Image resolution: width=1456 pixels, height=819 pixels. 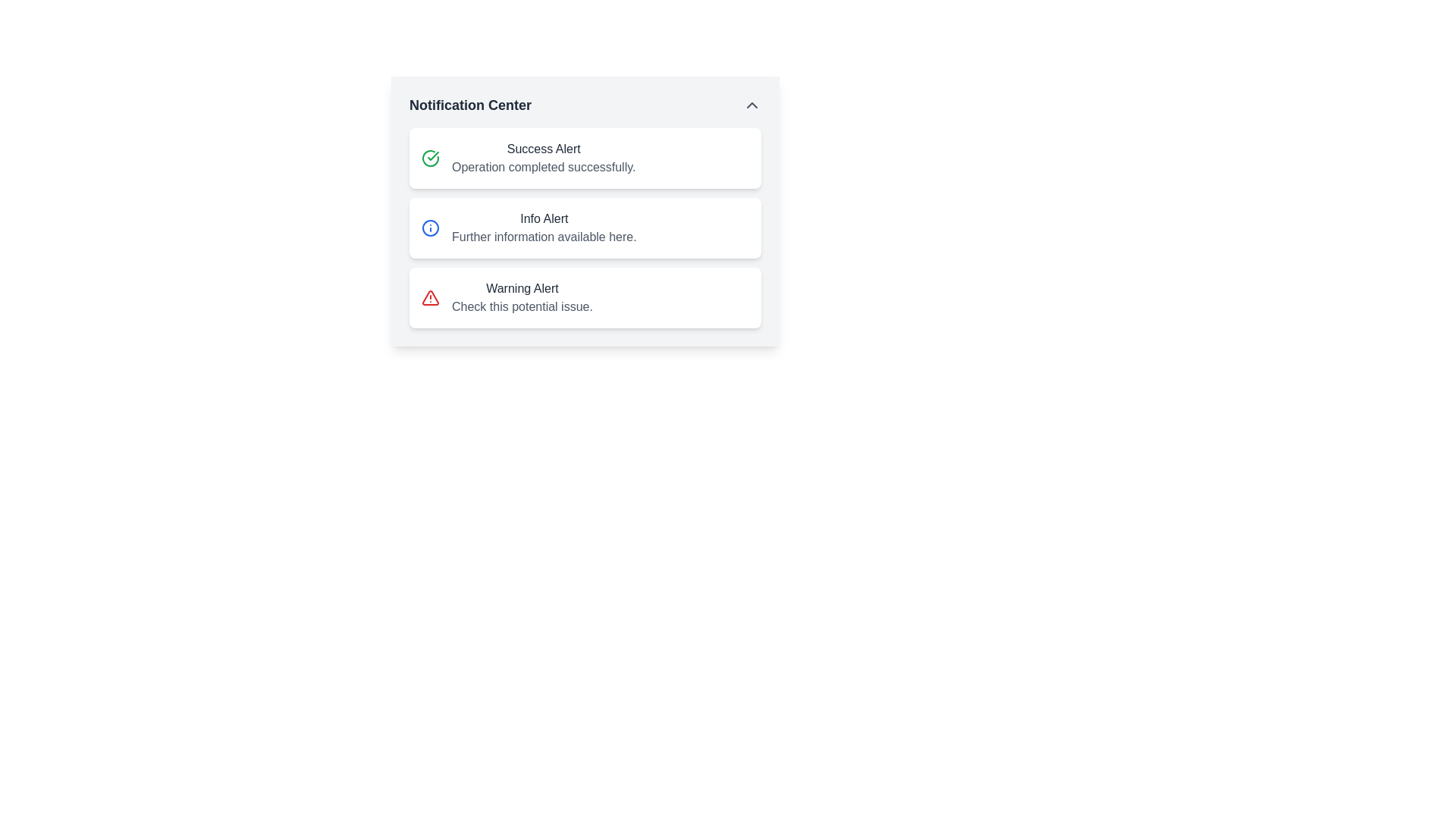 What do you see at coordinates (429, 158) in the screenshot?
I see `the green circular success icon with a check mark located in the upper-left portion of the 'Success Alert' box by moving the mouse cursor to it` at bounding box center [429, 158].